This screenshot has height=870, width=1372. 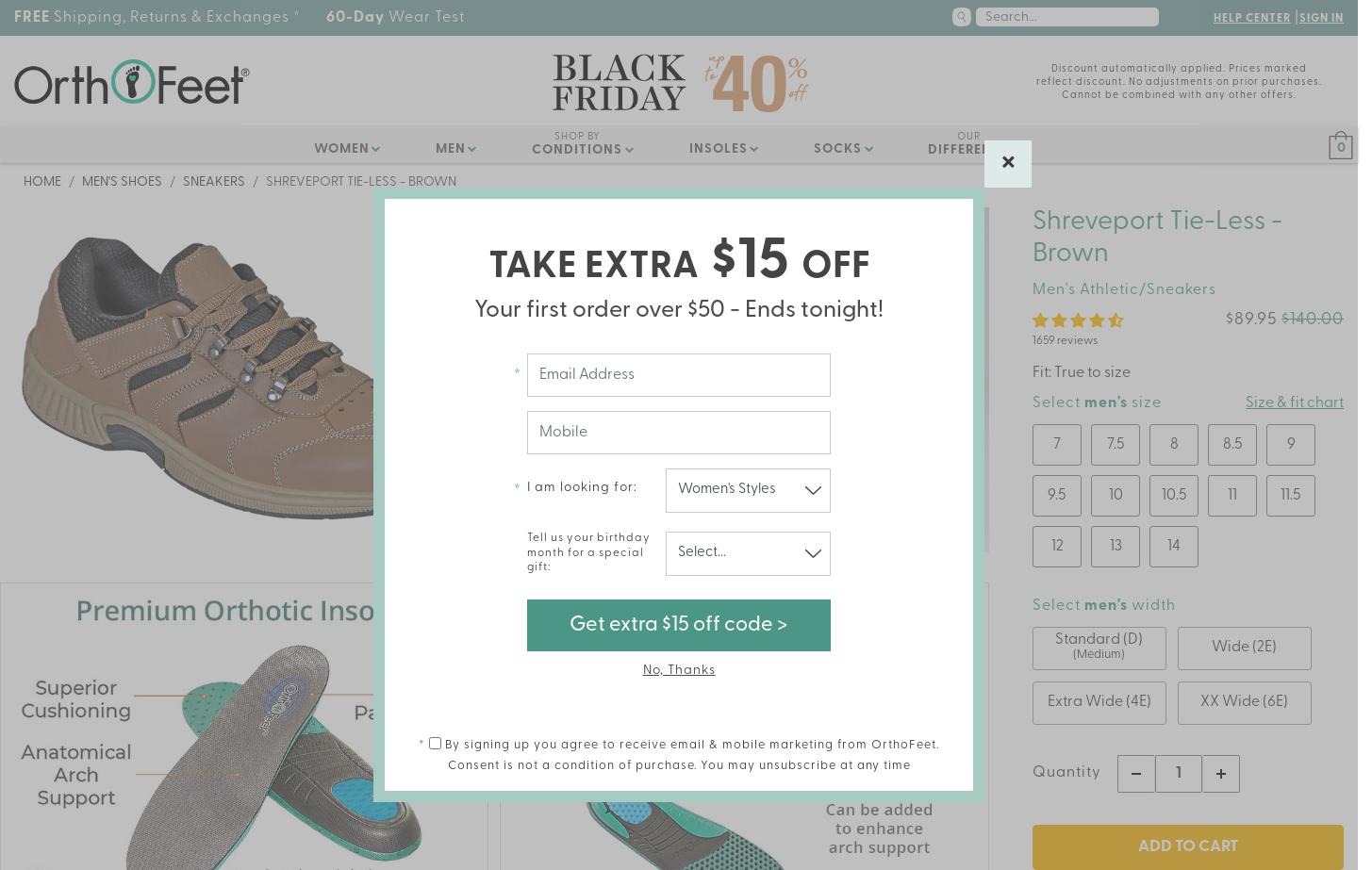 I want to click on 'SOCKS', so click(x=836, y=149).